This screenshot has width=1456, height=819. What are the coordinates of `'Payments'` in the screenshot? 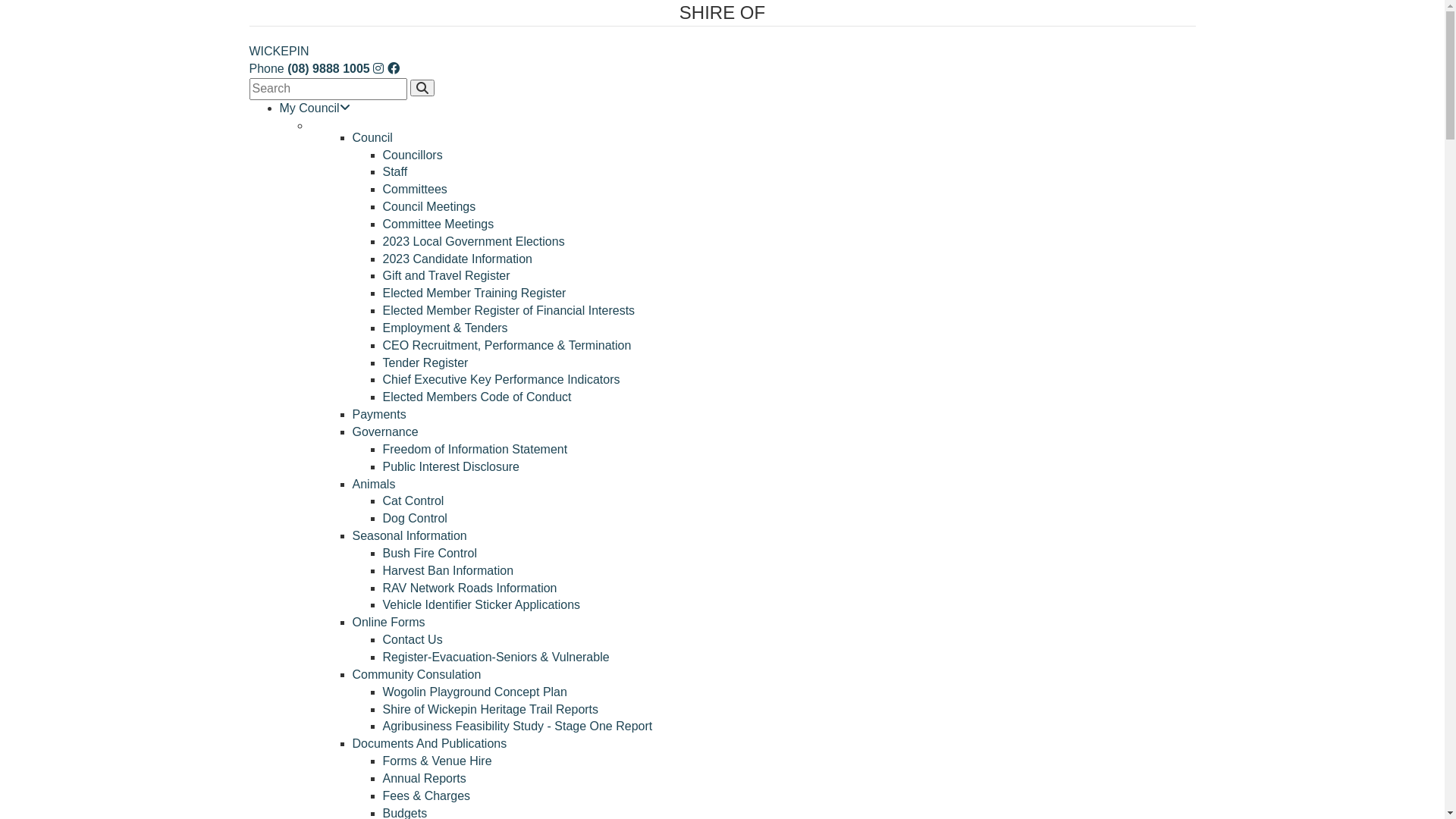 It's located at (378, 414).